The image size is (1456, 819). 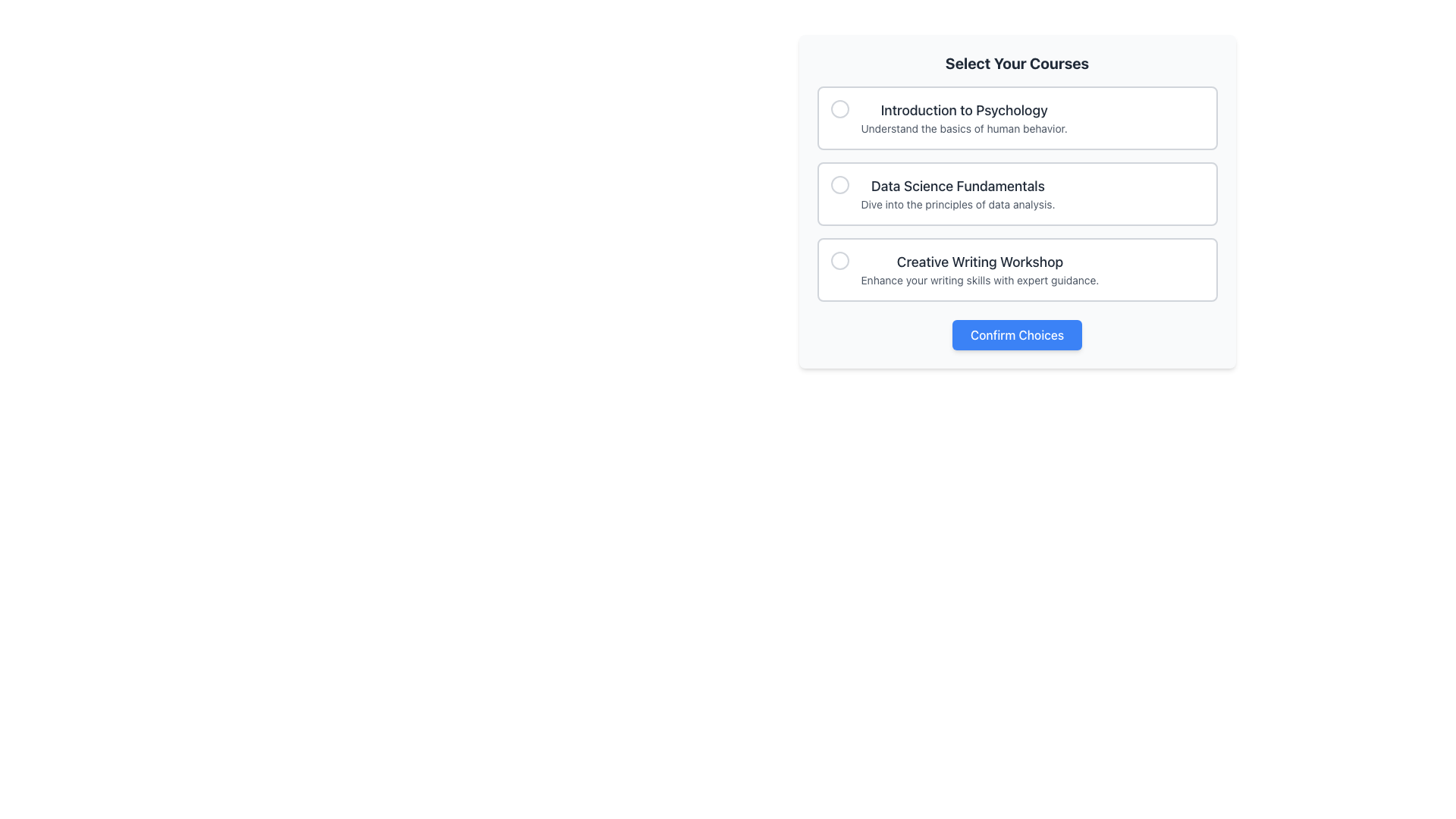 What do you see at coordinates (1017, 117) in the screenshot?
I see `the 'Introduction to Psychology' selection option, which contains a radio button on the left and text describing the course` at bounding box center [1017, 117].